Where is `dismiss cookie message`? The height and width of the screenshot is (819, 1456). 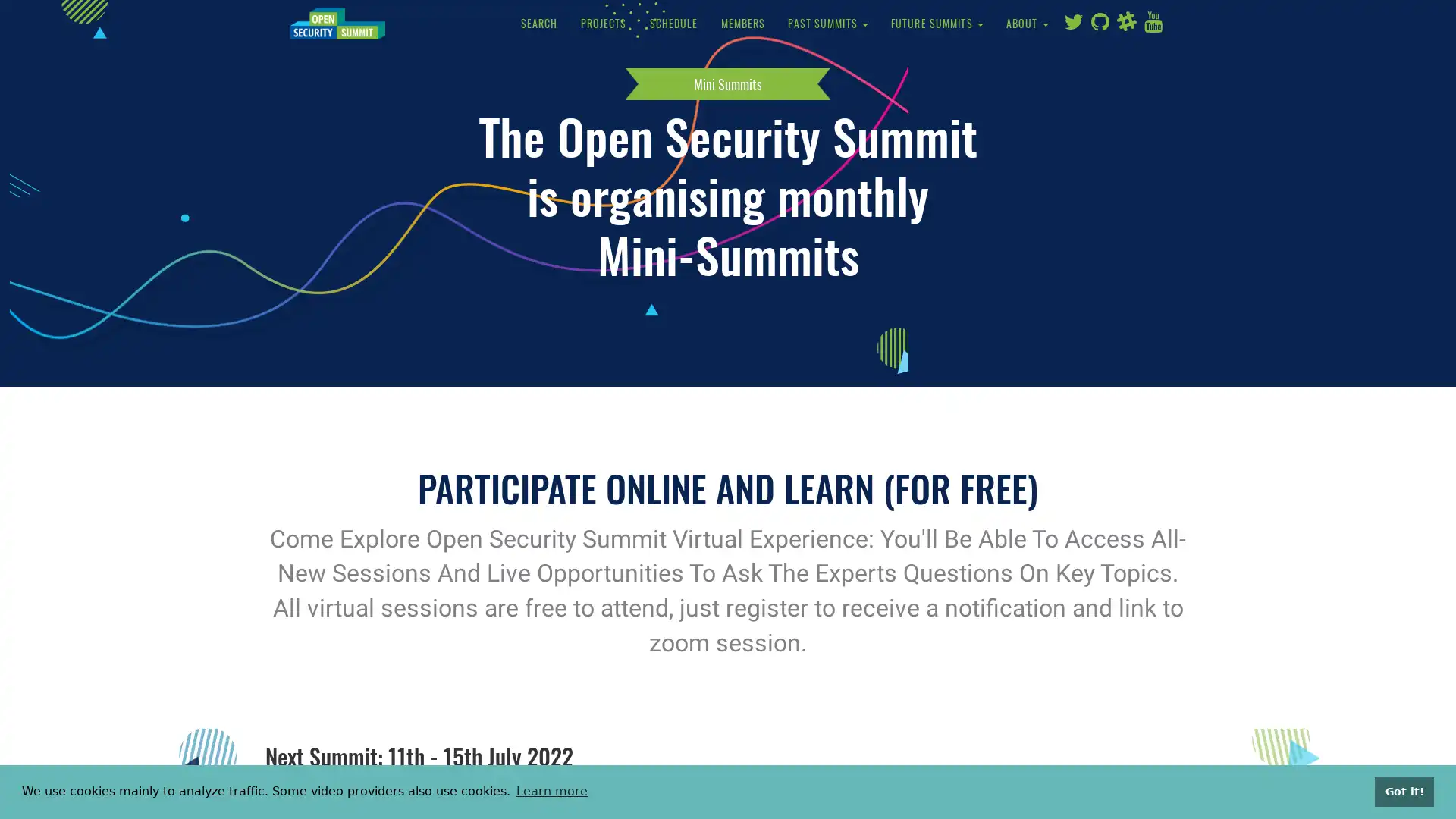
dismiss cookie message is located at coordinates (1404, 791).